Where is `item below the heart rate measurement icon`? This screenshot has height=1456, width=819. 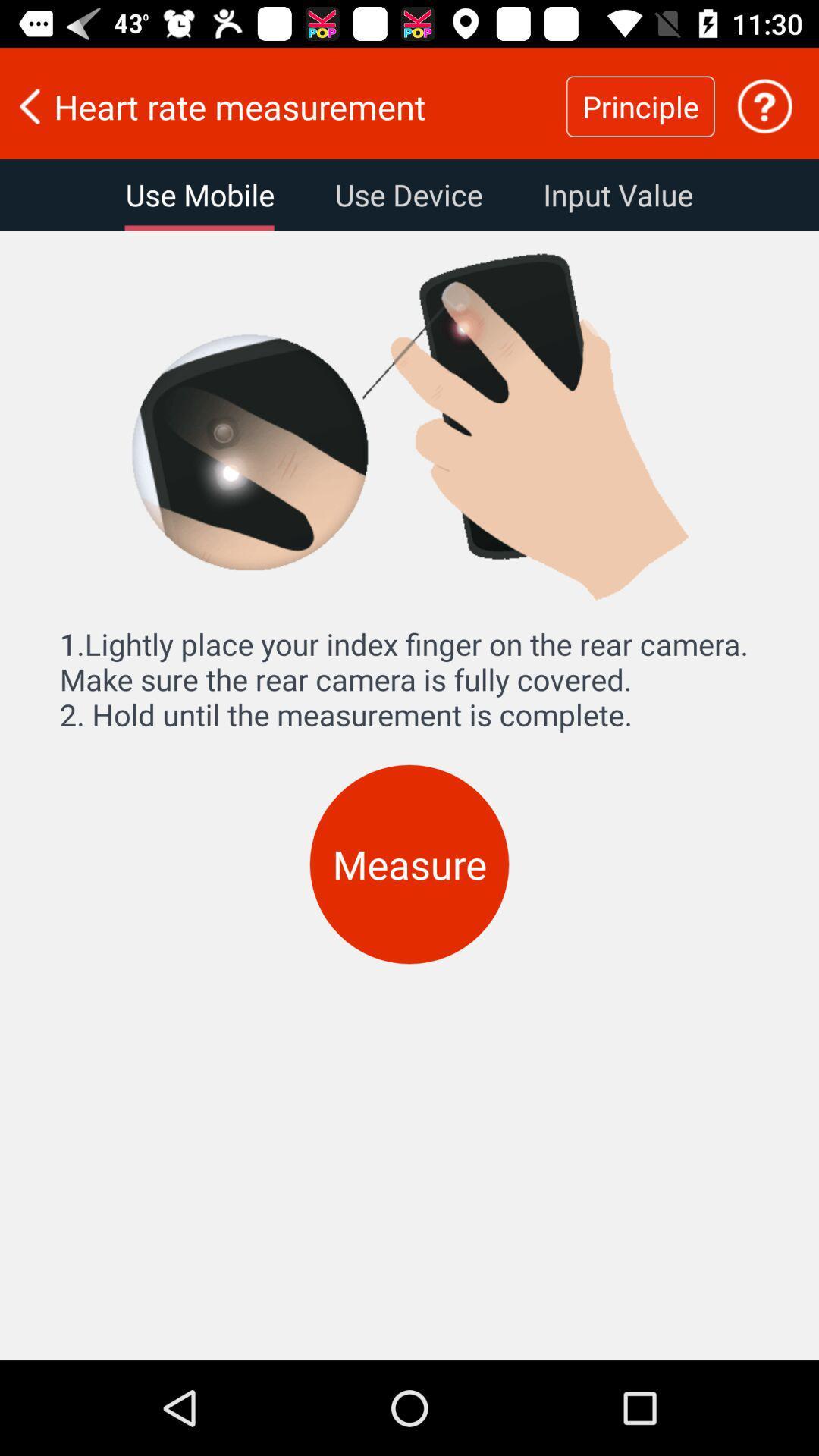 item below the heart rate measurement icon is located at coordinates (199, 194).